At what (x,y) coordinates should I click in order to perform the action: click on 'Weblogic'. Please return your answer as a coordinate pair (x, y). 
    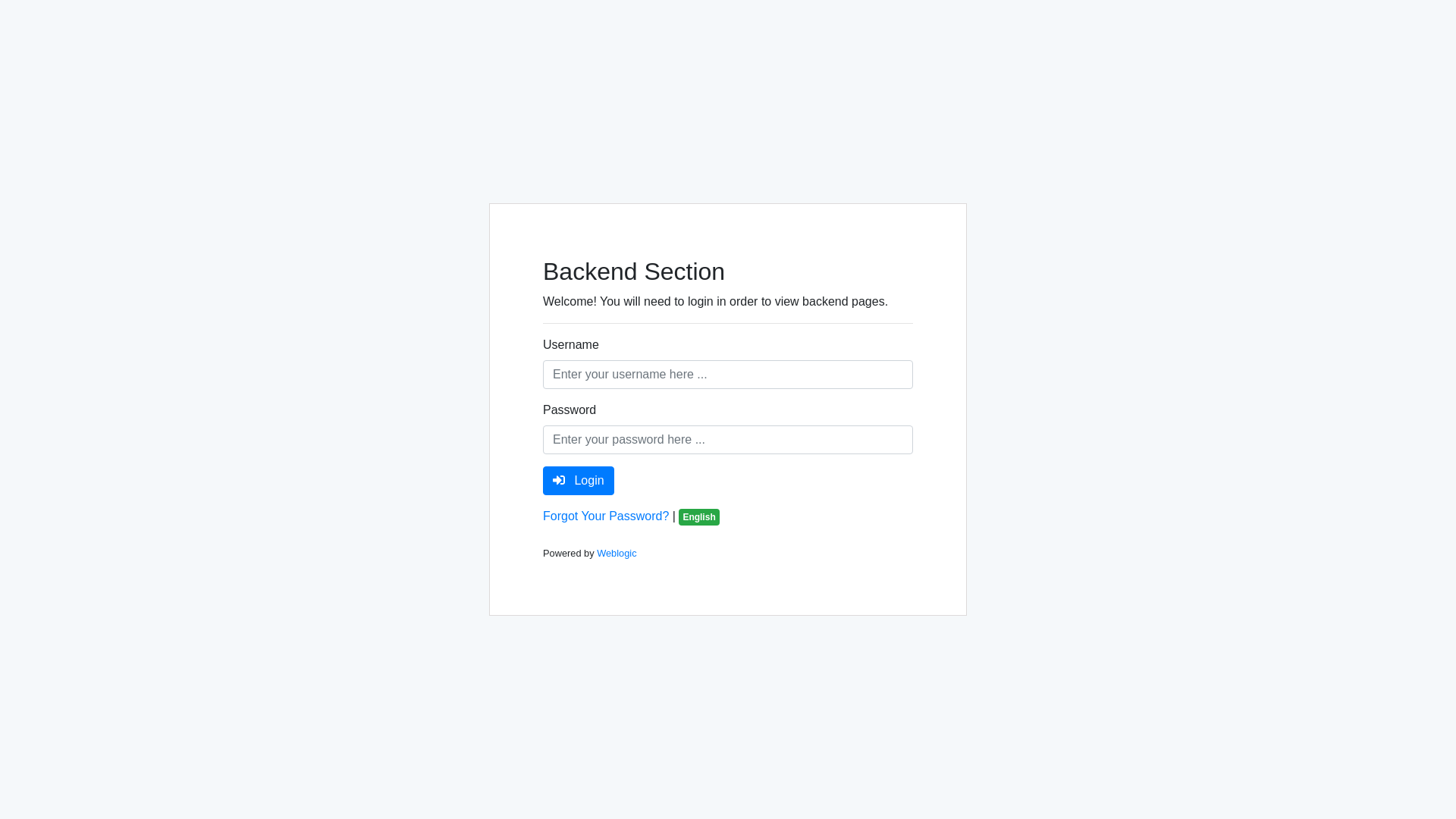
    Looking at the image, I should click on (596, 553).